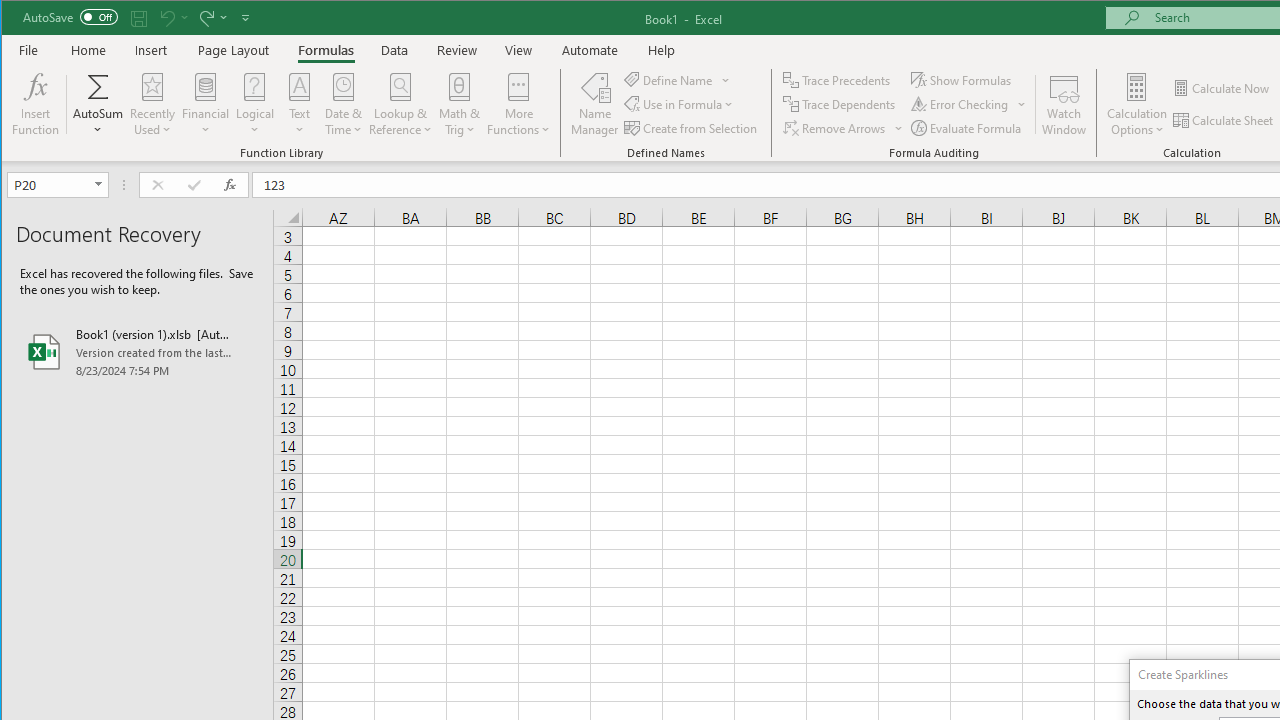  What do you see at coordinates (961, 104) in the screenshot?
I see `'Error Checking...'` at bounding box center [961, 104].